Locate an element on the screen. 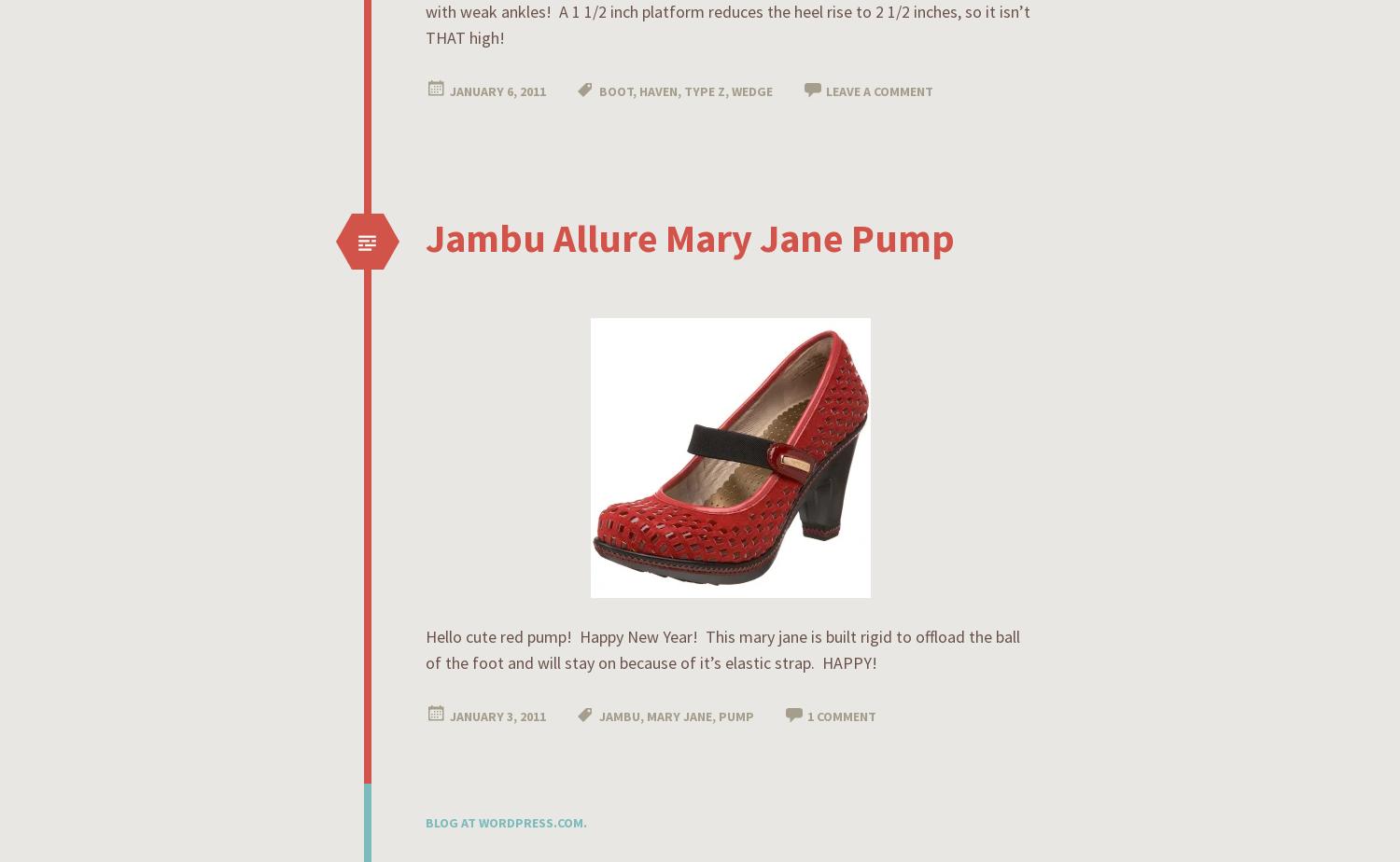 This screenshot has width=1400, height=862. 'Jambu Allure Mary Jane Pump' is located at coordinates (689, 238).